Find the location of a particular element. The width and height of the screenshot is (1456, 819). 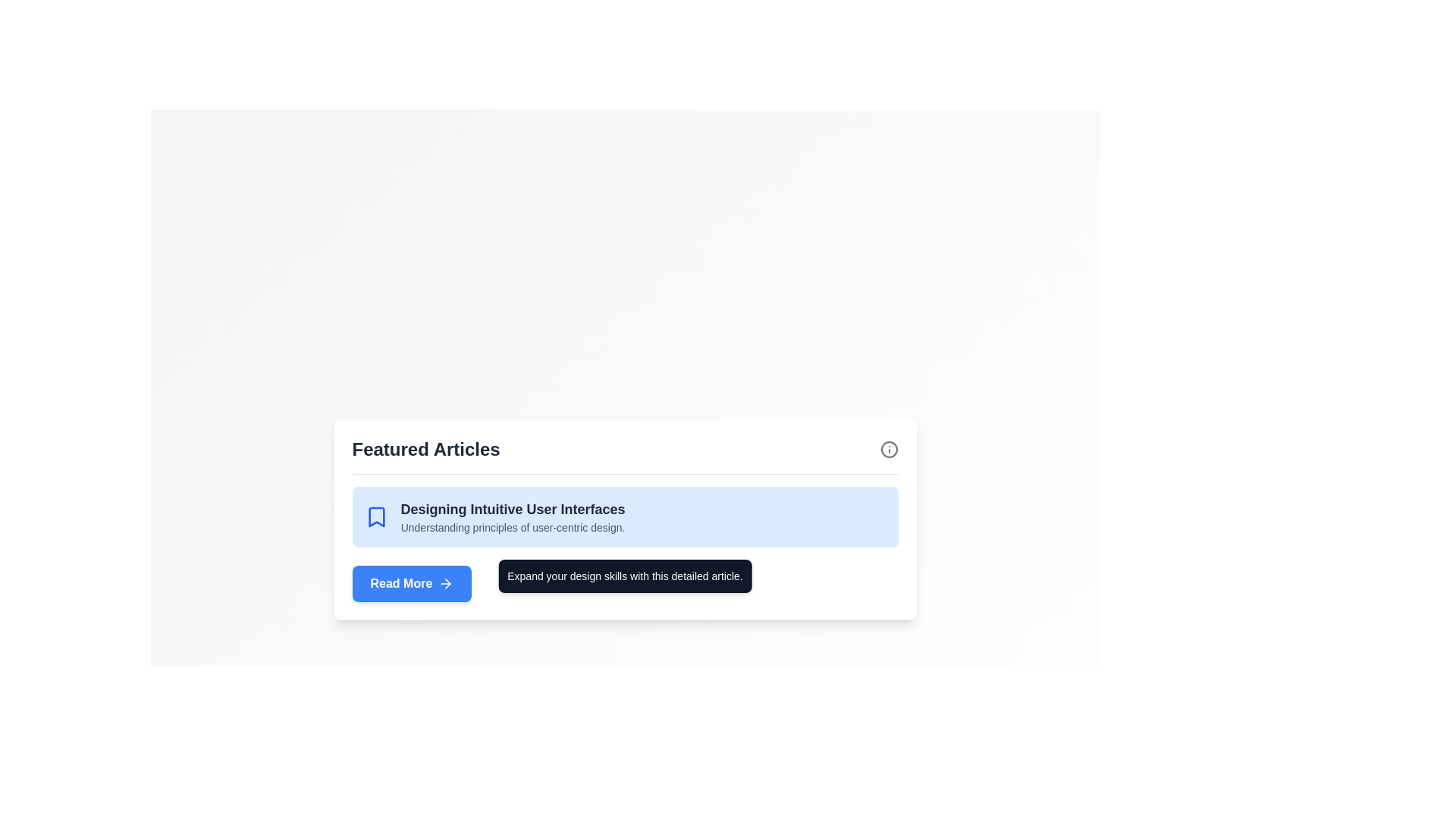

the associated details of the article preview card's descriptive text content, which is located within a light blue background card and positioned above the 'Read More' button is located at coordinates (513, 516).